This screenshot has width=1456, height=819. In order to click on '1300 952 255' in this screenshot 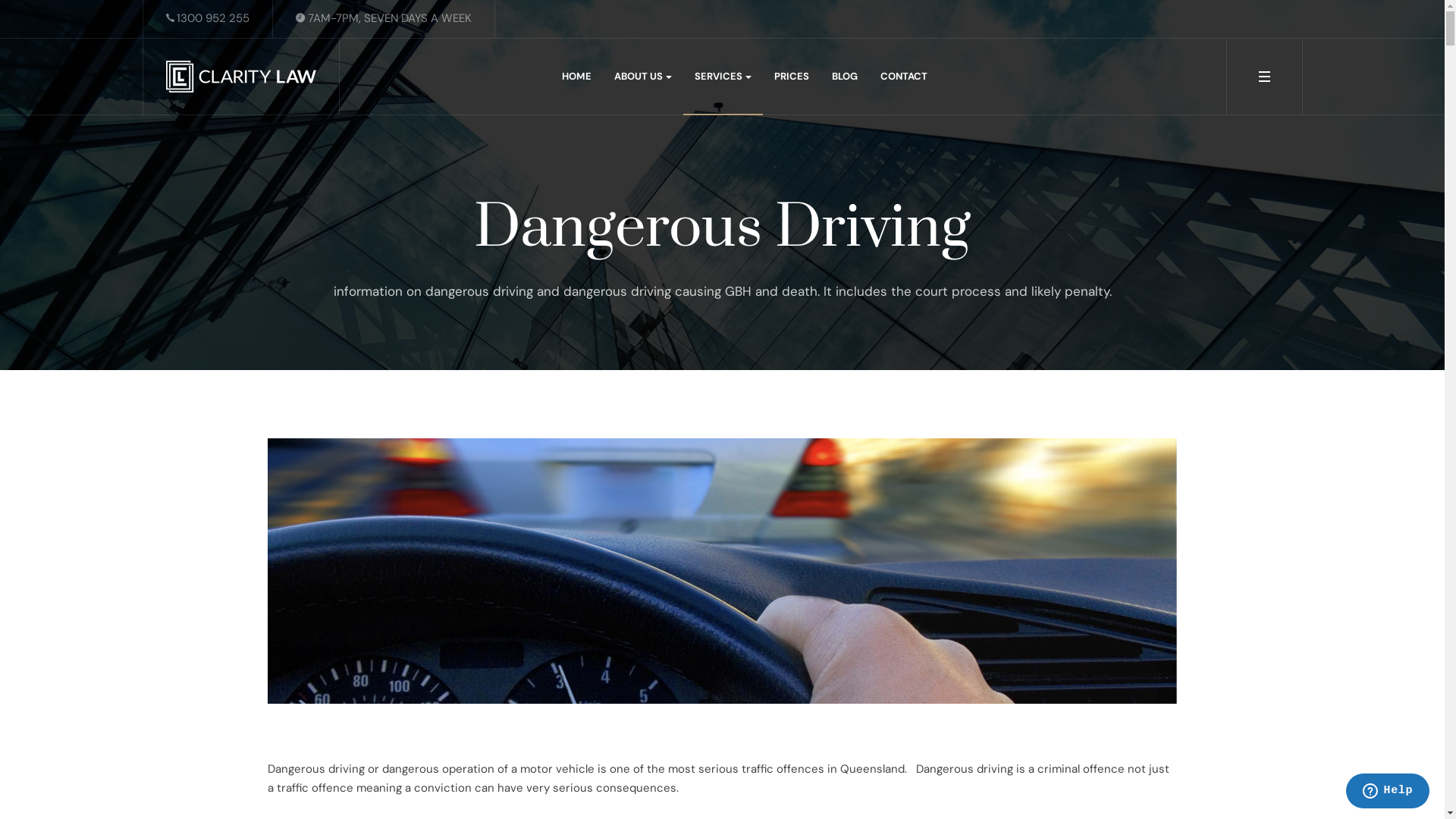, I will do `click(206, 18)`.